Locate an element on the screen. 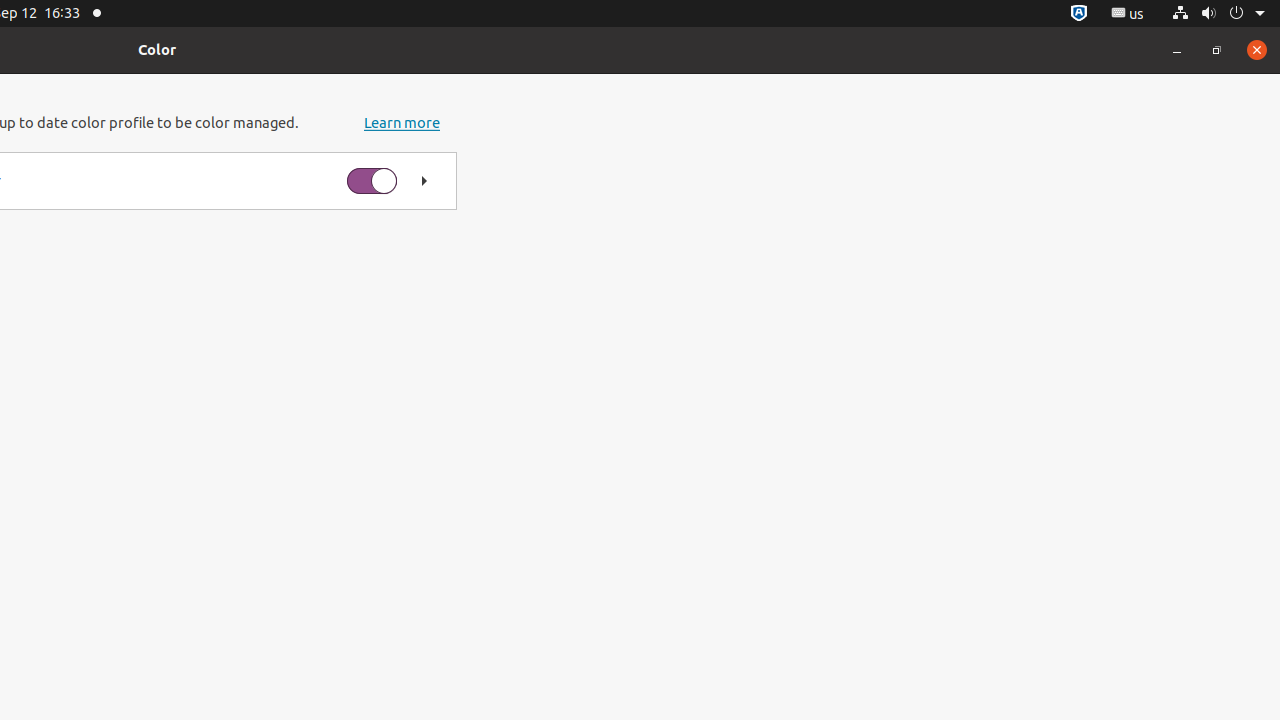 Image resolution: width=1280 pixels, height=720 pixels. 'Learn more' is located at coordinates (401, 122).